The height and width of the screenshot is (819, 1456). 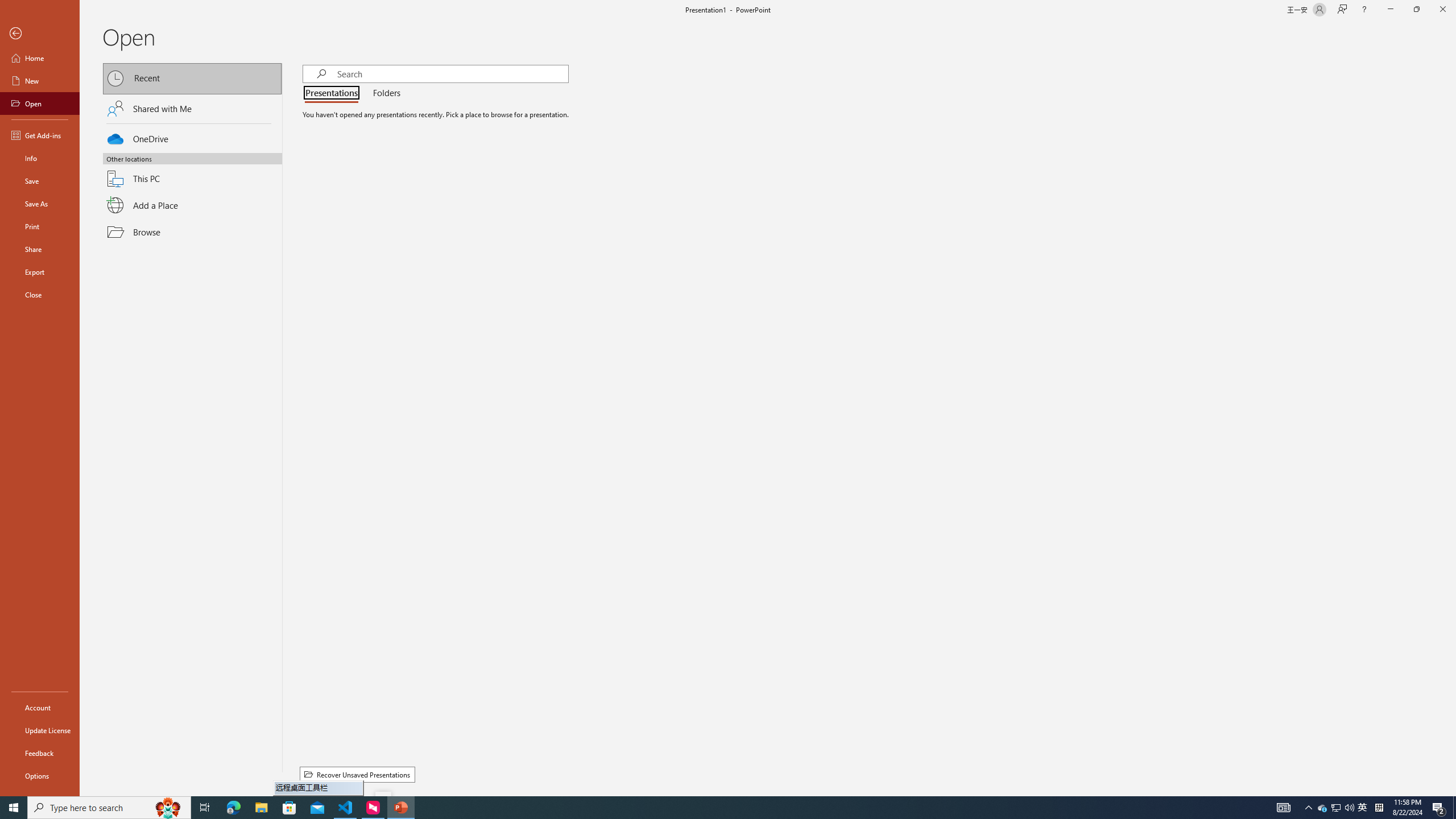 What do you see at coordinates (39, 272) in the screenshot?
I see `'Export'` at bounding box center [39, 272].